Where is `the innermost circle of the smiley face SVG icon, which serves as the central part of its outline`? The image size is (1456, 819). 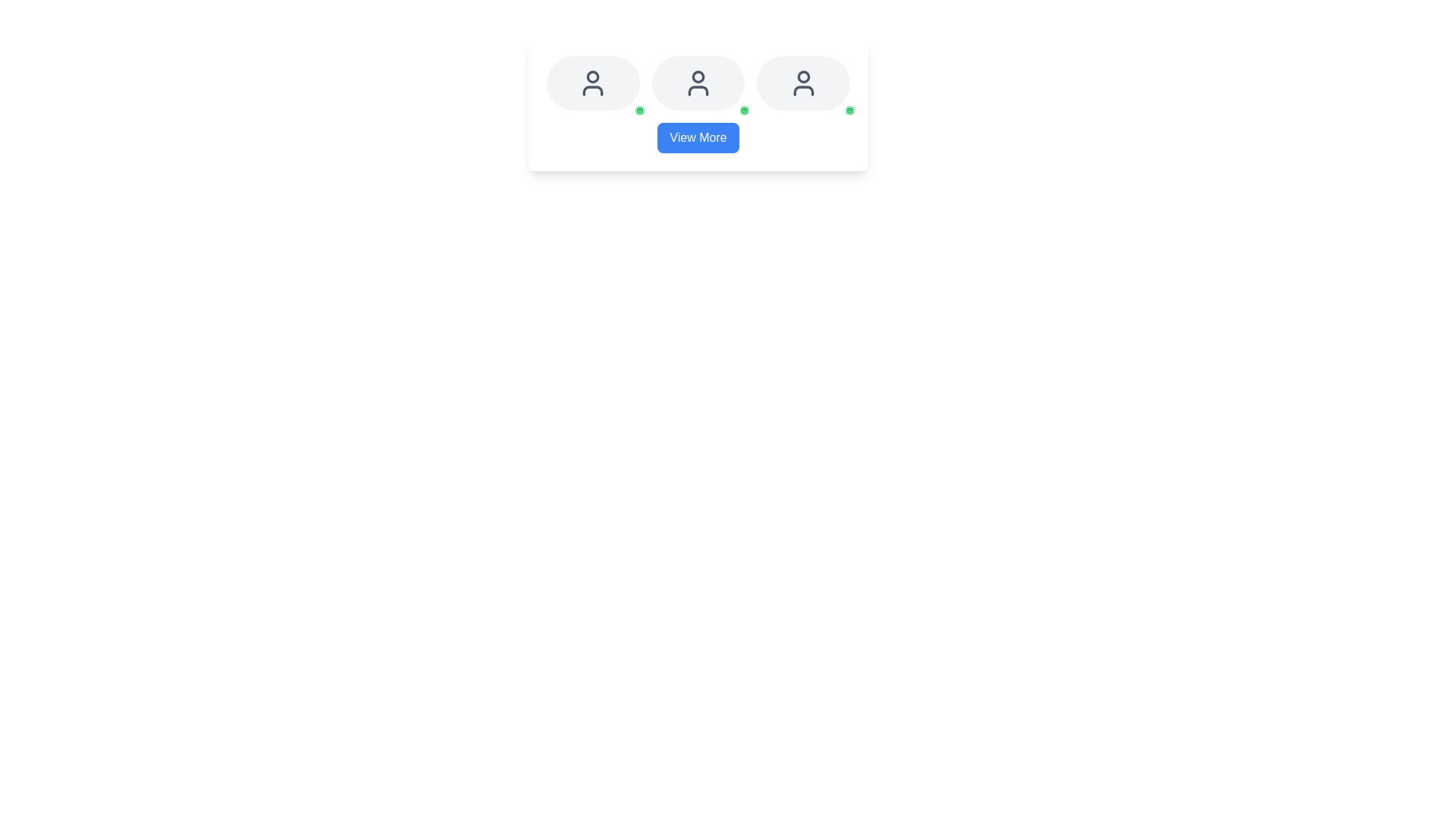 the innermost circle of the smiley face SVG icon, which serves as the central part of its outline is located at coordinates (745, 110).